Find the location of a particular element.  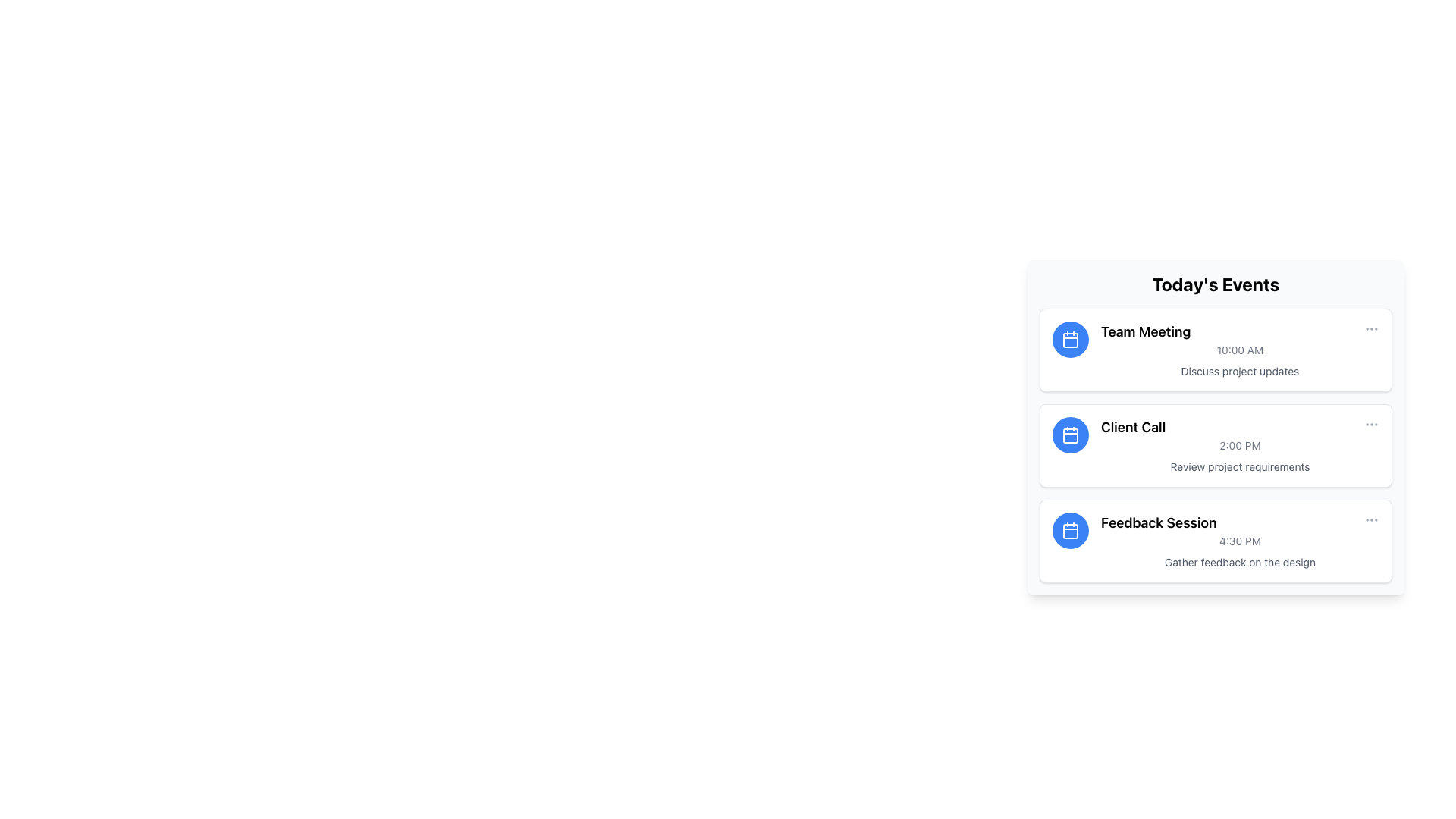

the Ellipsis menu button located at the right edge of the 'Team Meeting' event card, aligned with the event title is located at coordinates (1372, 328).